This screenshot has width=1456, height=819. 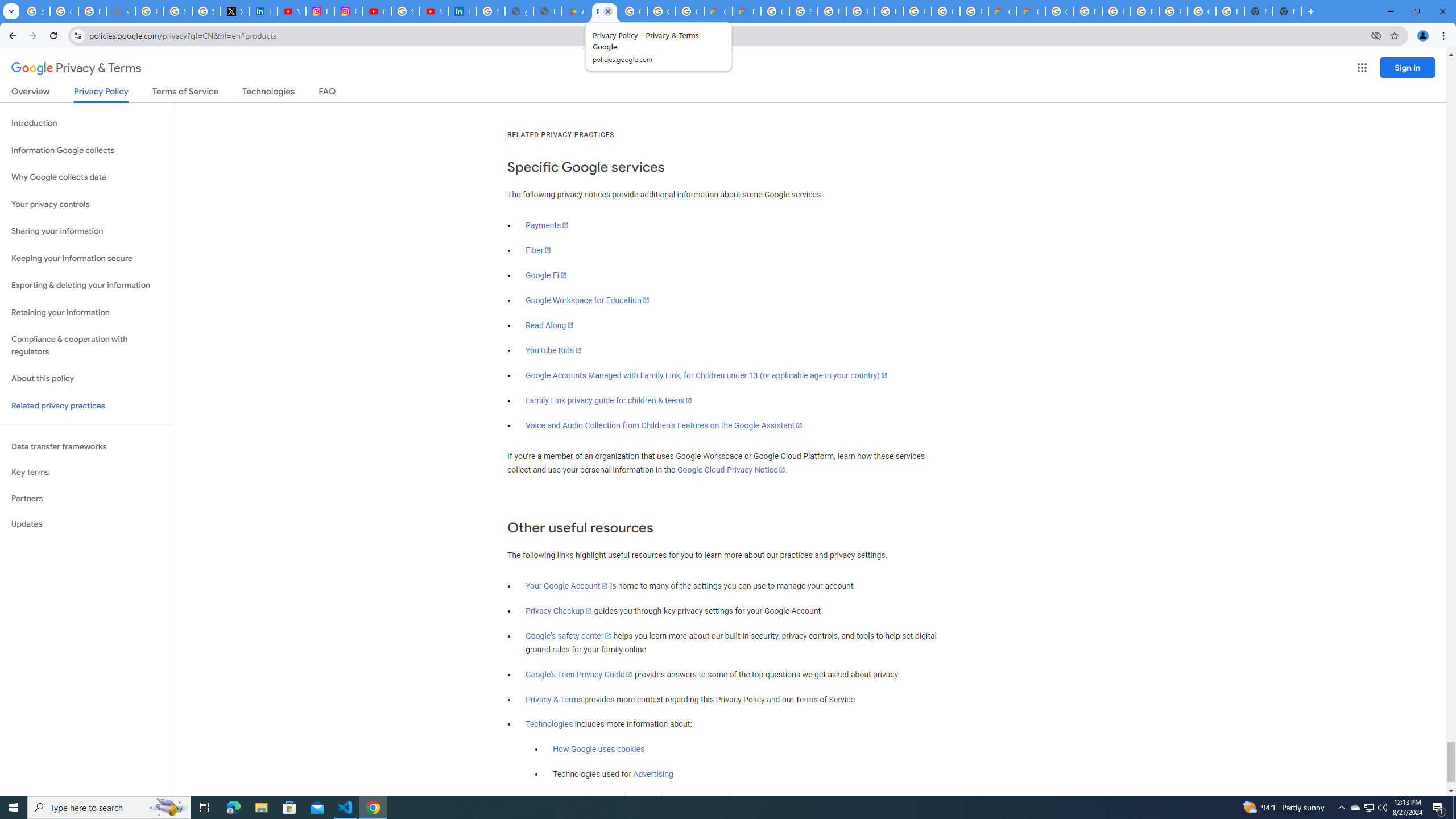 I want to click on 'Partners', so click(x=86, y=498).